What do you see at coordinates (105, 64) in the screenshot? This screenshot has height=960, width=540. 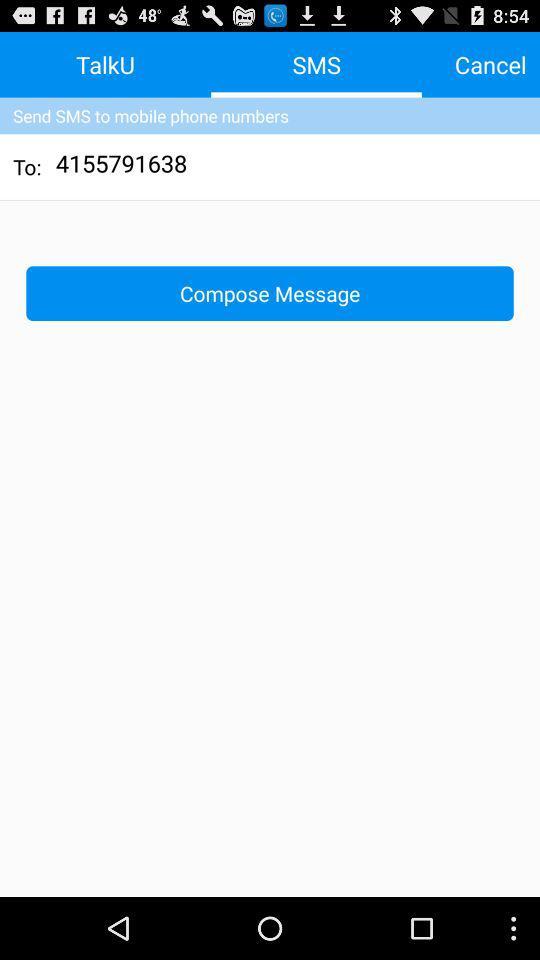 I see `app above send sms to icon` at bounding box center [105, 64].